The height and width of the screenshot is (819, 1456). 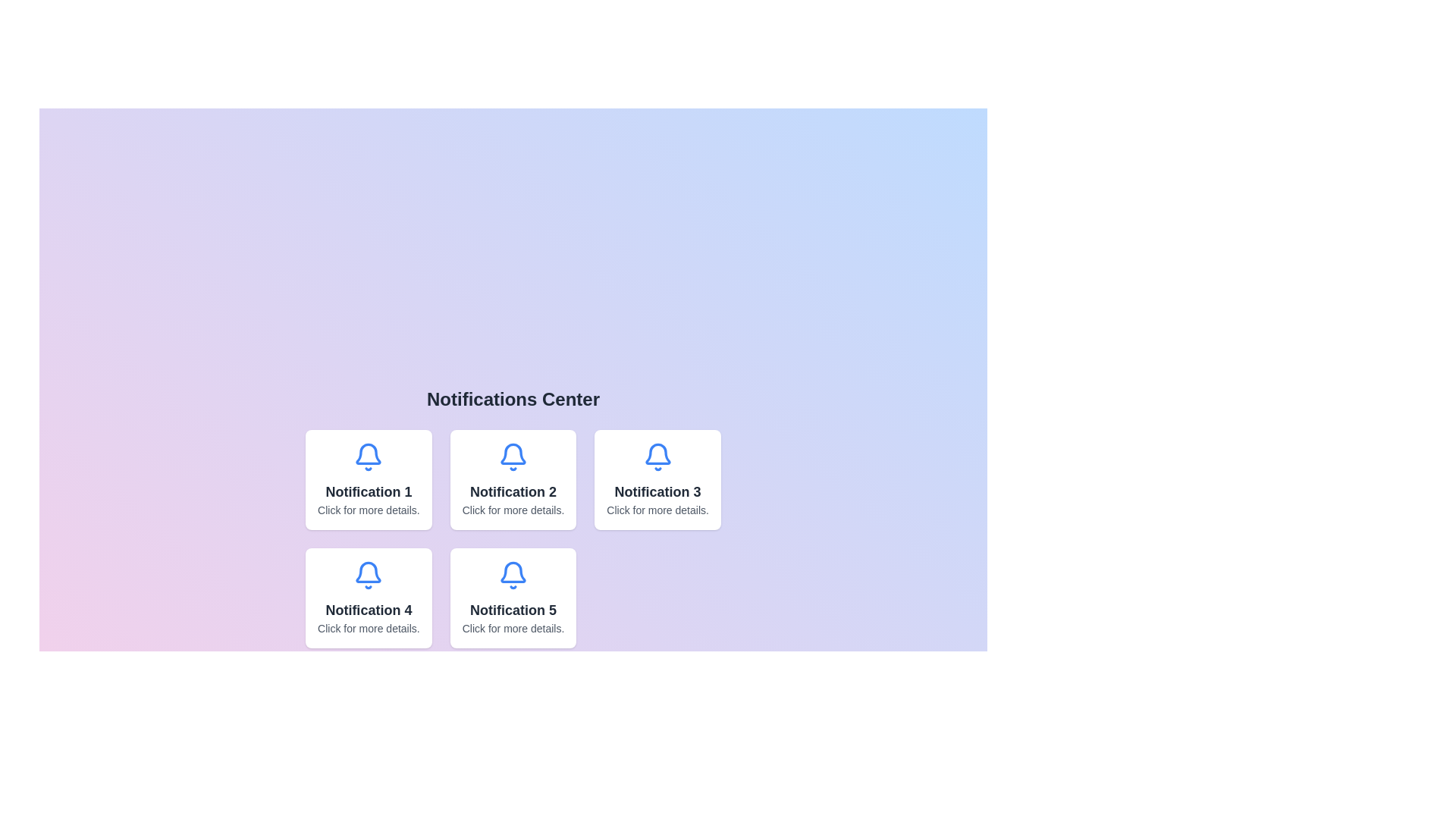 What do you see at coordinates (657, 453) in the screenshot?
I see `the bell icon, which is a notification symbol located at the top of the card labeled 'Notification 3'` at bounding box center [657, 453].